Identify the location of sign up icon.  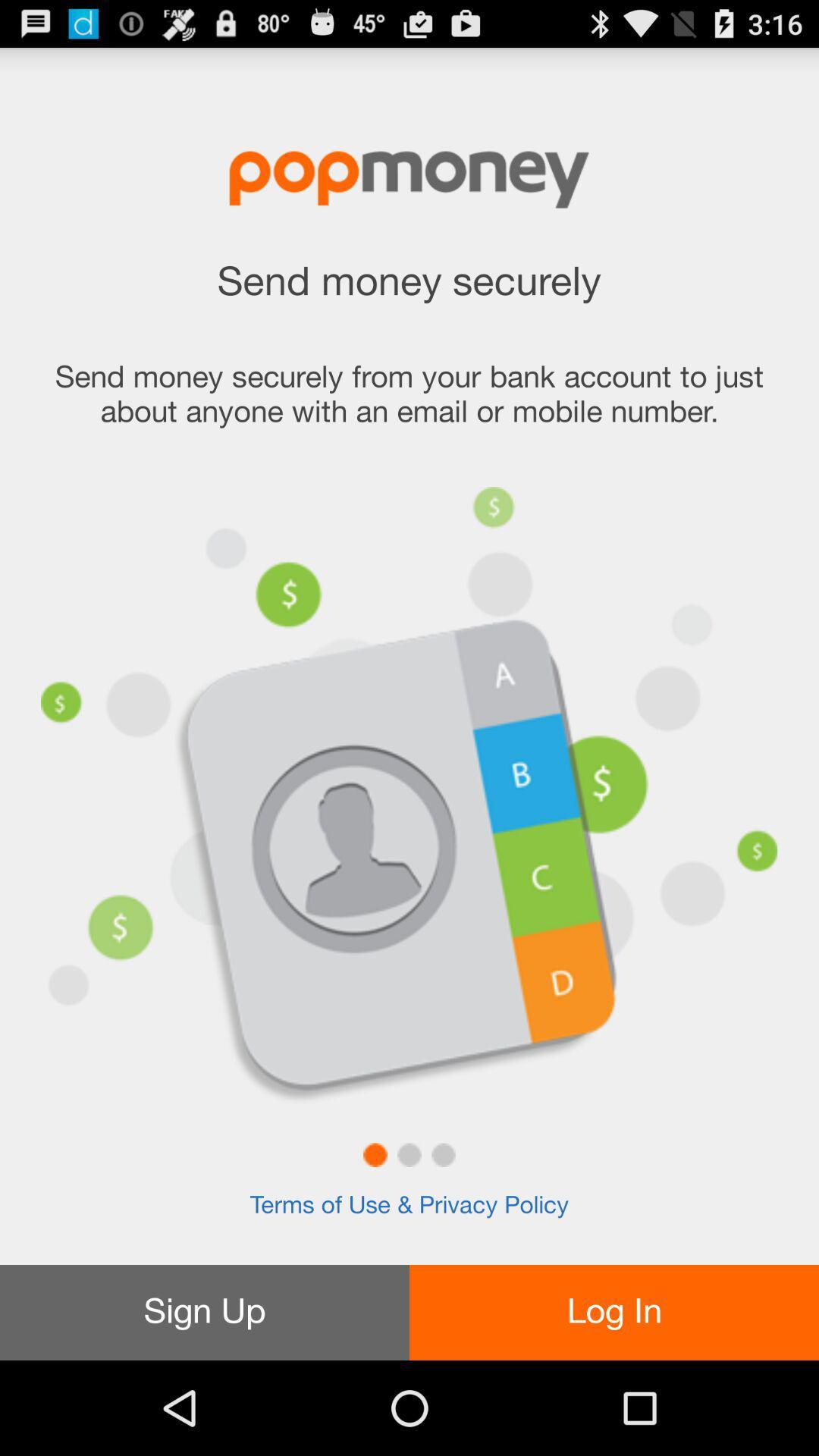
(205, 1312).